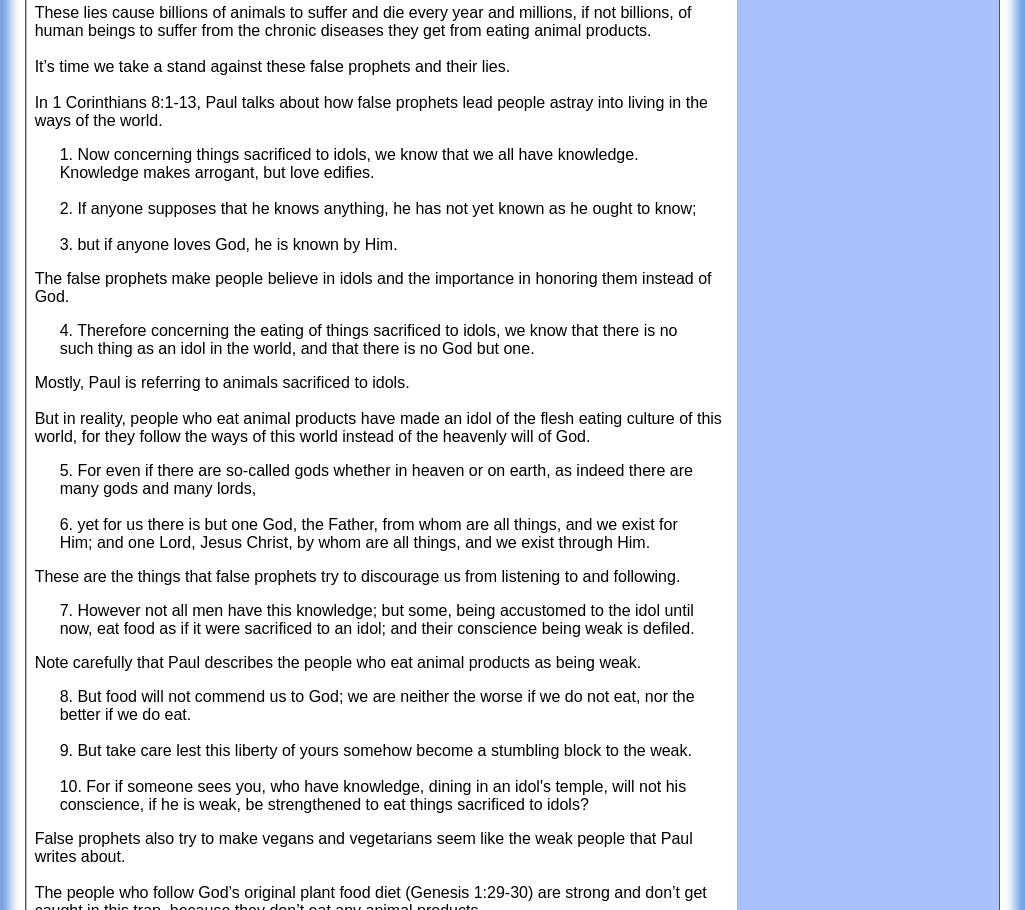 The width and height of the screenshot is (1025, 910). I want to click on 'But in reality, people who eat animal products have made an idol of the 
	flesh eating culture of this world, for they follow the ways of this world 
	instead of the heavenly will of God.', so click(377, 427).